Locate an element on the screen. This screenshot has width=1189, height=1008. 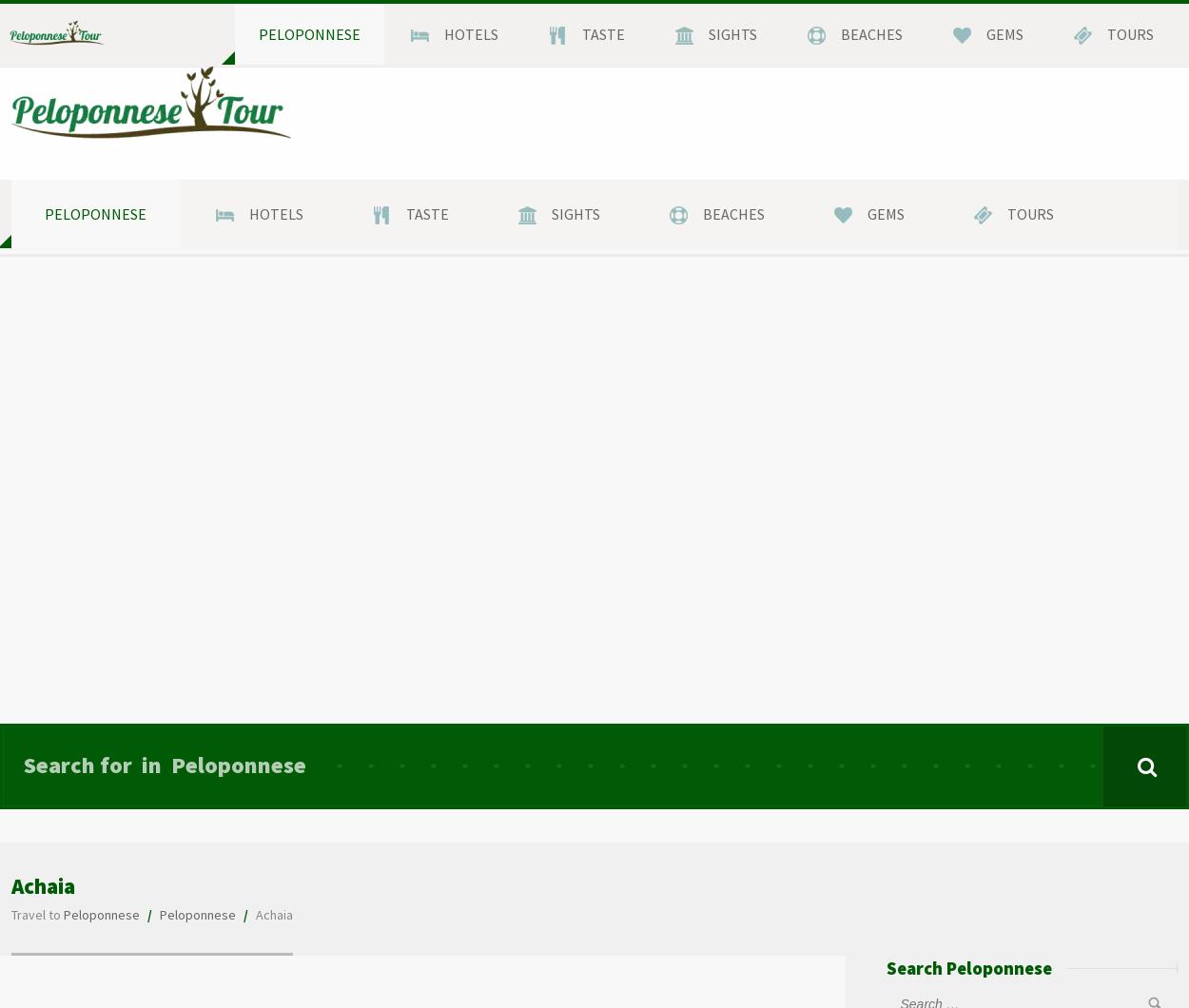
'Travel to' is located at coordinates (10, 912).